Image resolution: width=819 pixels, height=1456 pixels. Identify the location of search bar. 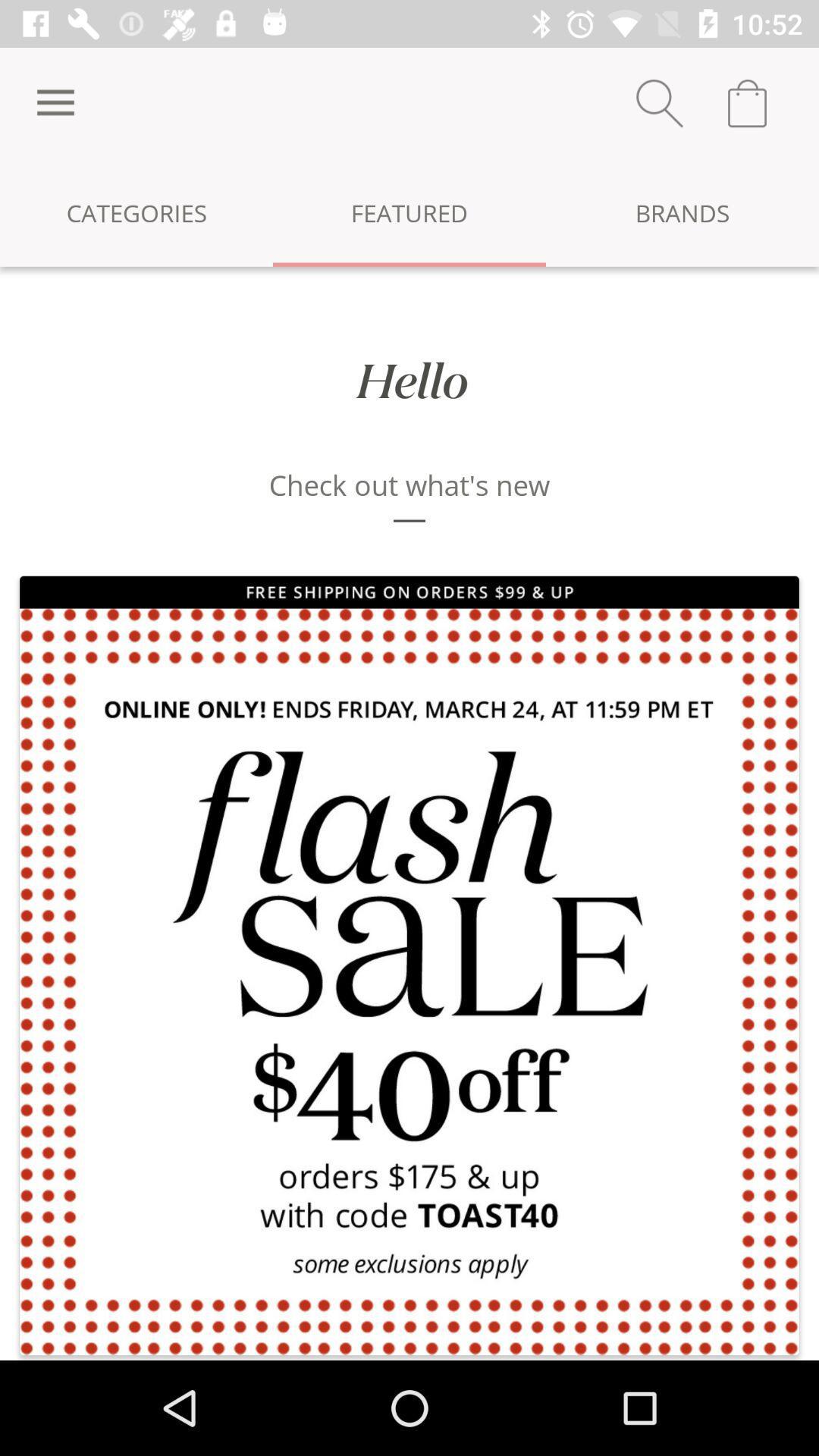
(659, 102).